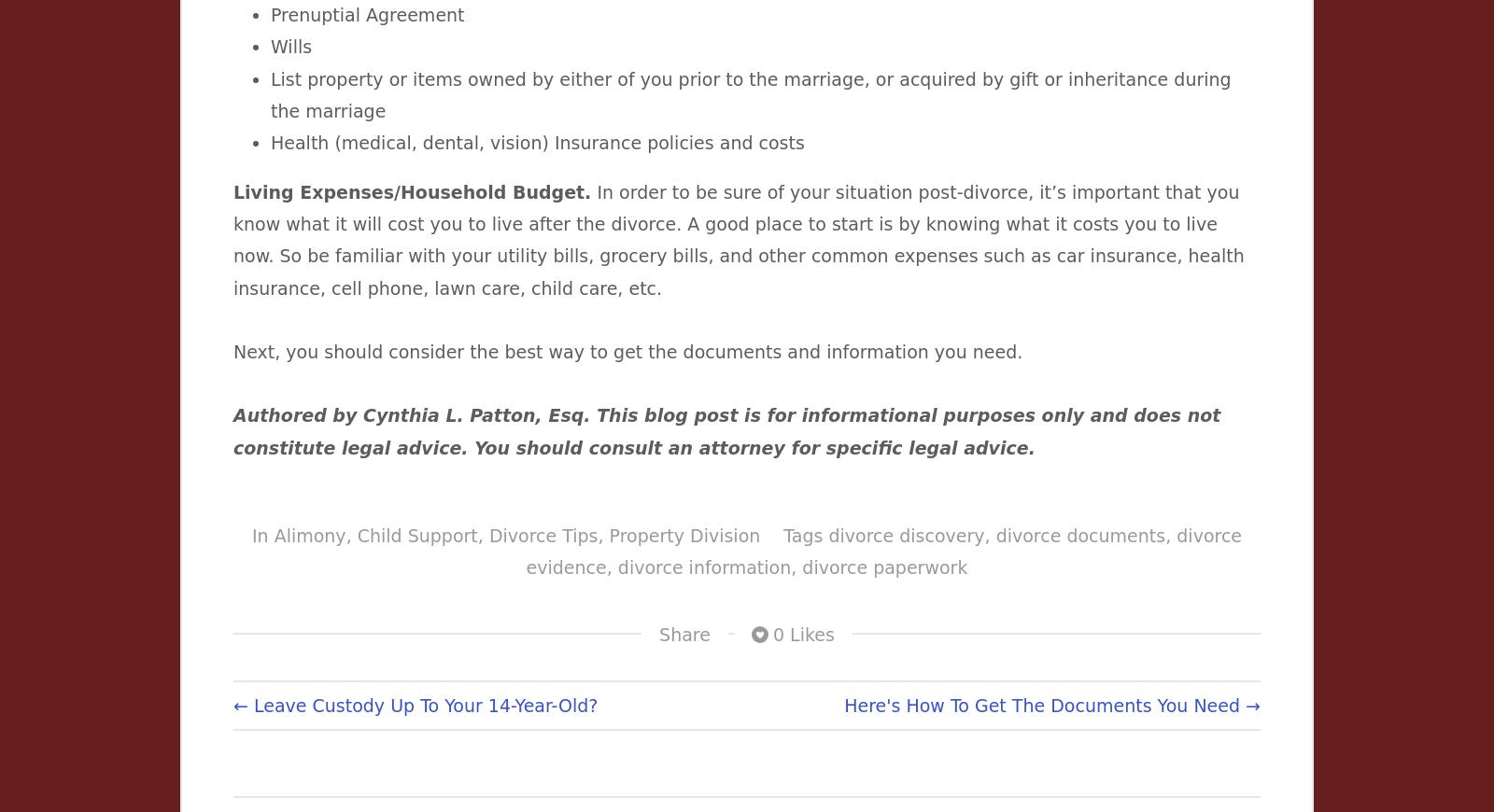  I want to click on 'List property or items owned by either of you prior to the marriage, or acquired by gift or inheritance during the marriage', so click(749, 93).